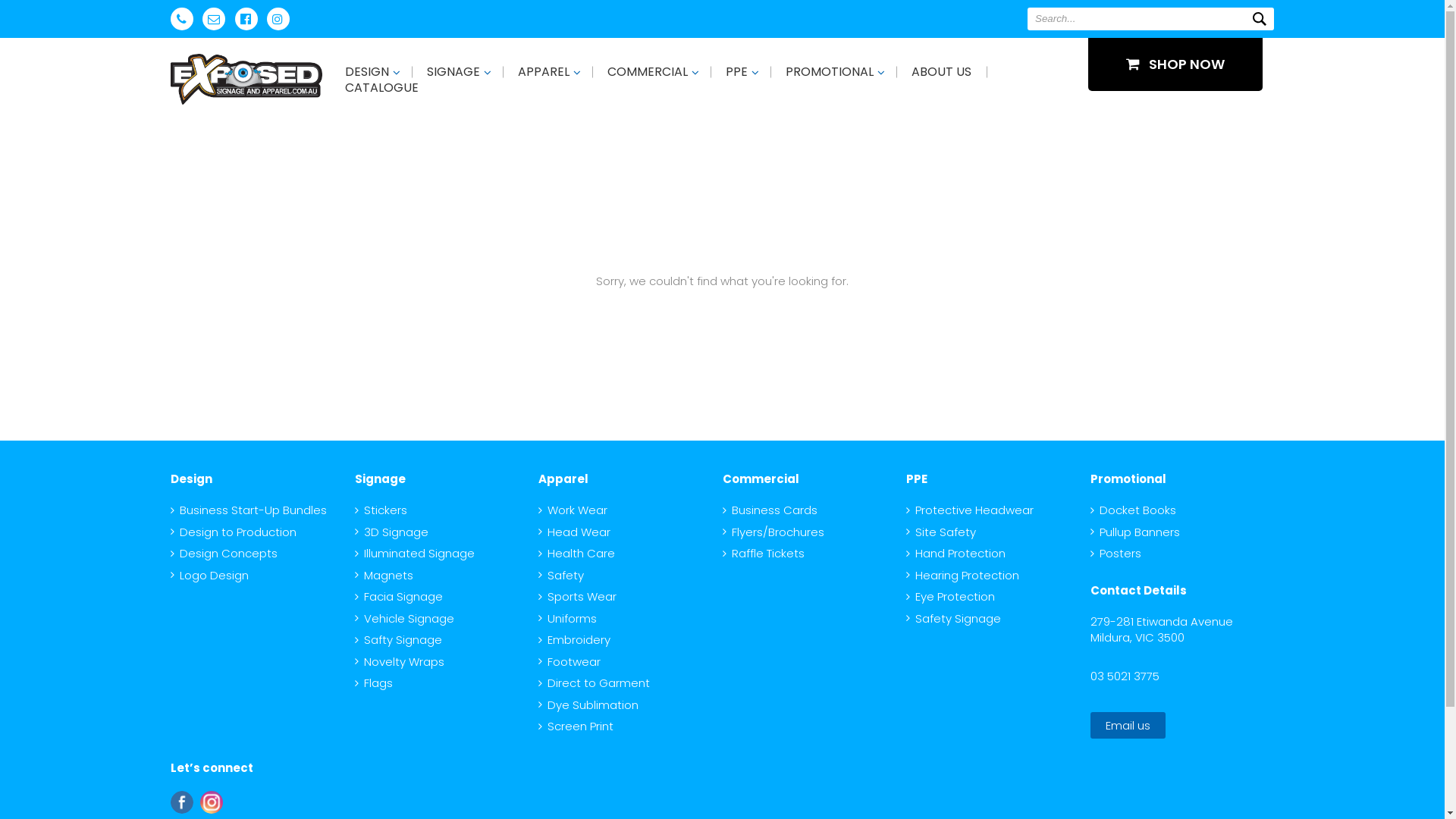 This screenshot has width=1456, height=819. Describe the element at coordinates (248, 510) in the screenshot. I see `'Business Start-Up Bundles'` at that location.